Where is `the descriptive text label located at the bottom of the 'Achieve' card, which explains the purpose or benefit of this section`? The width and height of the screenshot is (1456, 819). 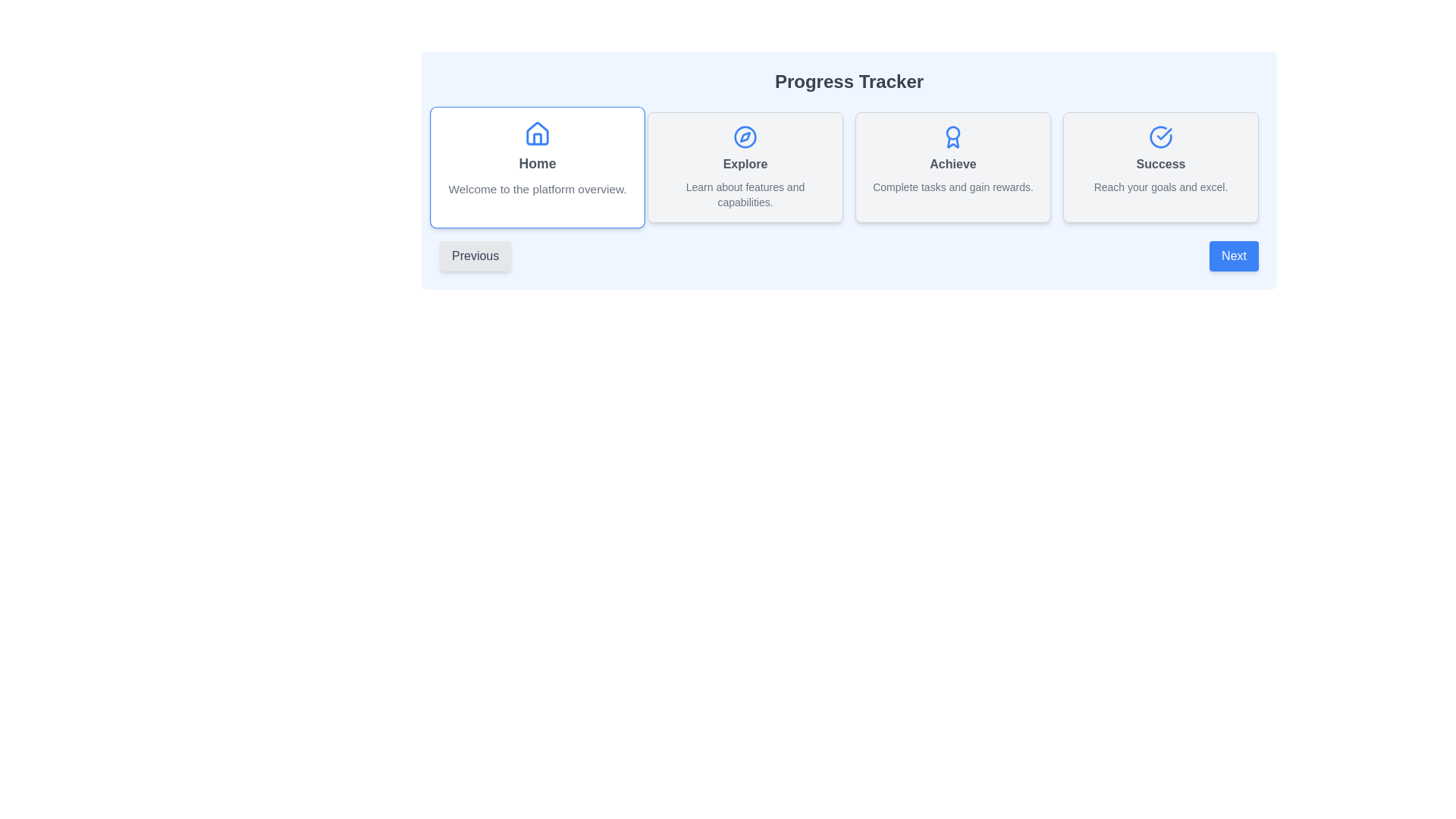
the descriptive text label located at the bottom of the 'Achieve' card, which explains the purpose or benefit of this section is located at coordinates (952, 186).